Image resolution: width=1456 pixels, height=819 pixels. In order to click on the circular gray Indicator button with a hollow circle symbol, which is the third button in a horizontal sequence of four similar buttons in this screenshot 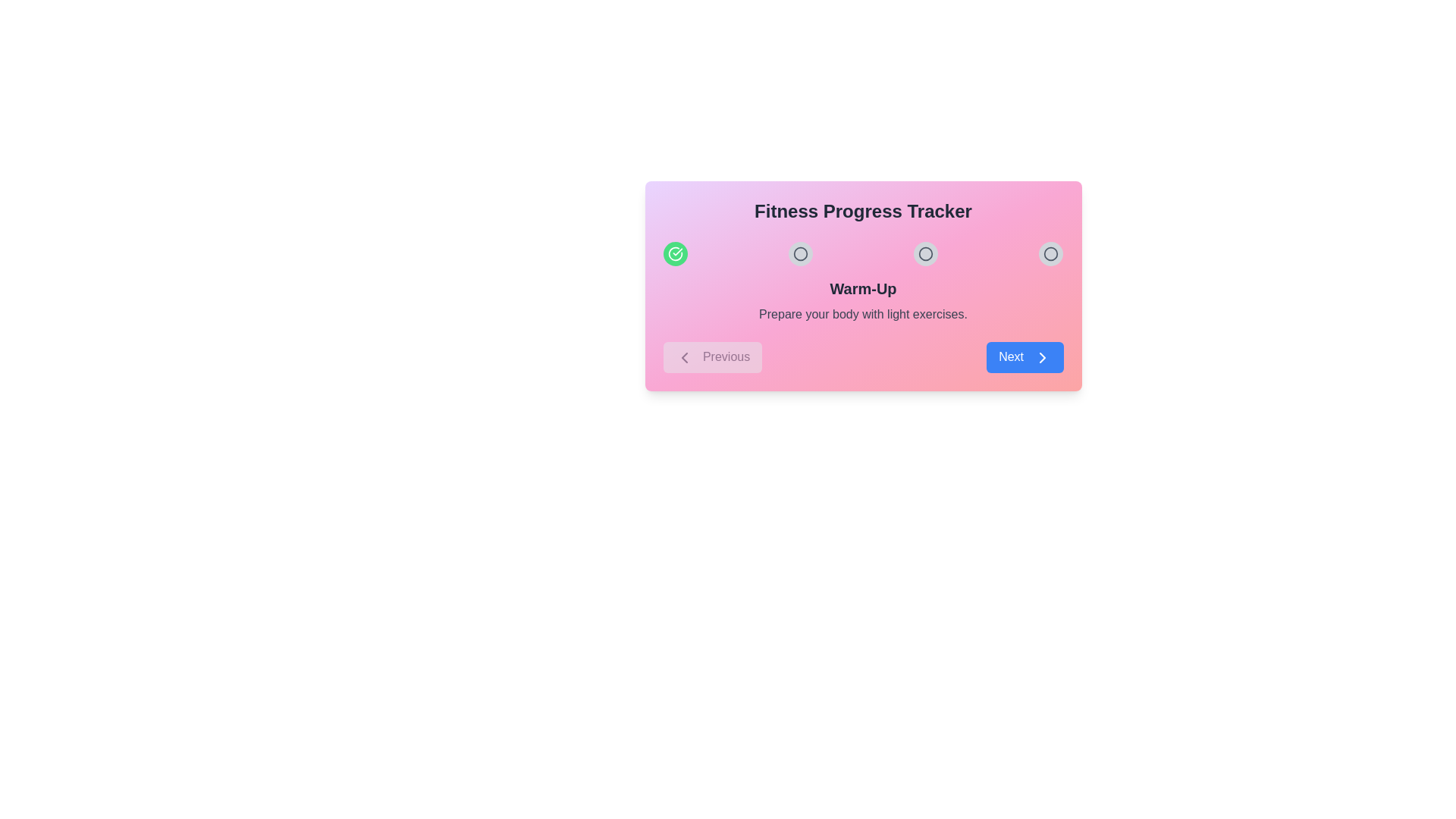, I will do `click(925, 253)`.